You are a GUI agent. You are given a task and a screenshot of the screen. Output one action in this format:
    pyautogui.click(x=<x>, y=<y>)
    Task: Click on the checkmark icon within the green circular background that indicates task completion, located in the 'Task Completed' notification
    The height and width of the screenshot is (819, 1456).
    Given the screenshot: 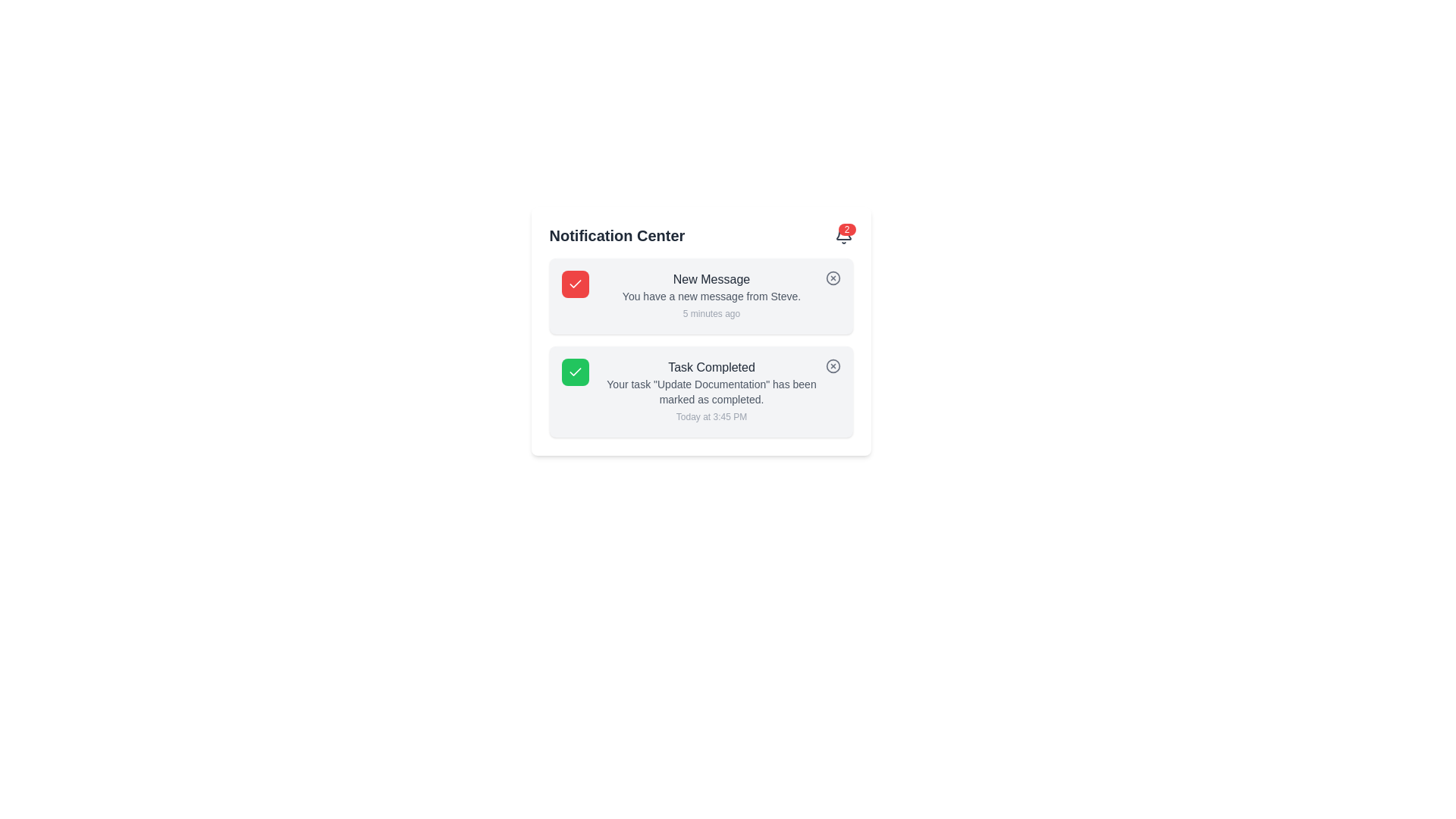 What is the action you would take?
    pyautogui.click(x=574, y=372)
    